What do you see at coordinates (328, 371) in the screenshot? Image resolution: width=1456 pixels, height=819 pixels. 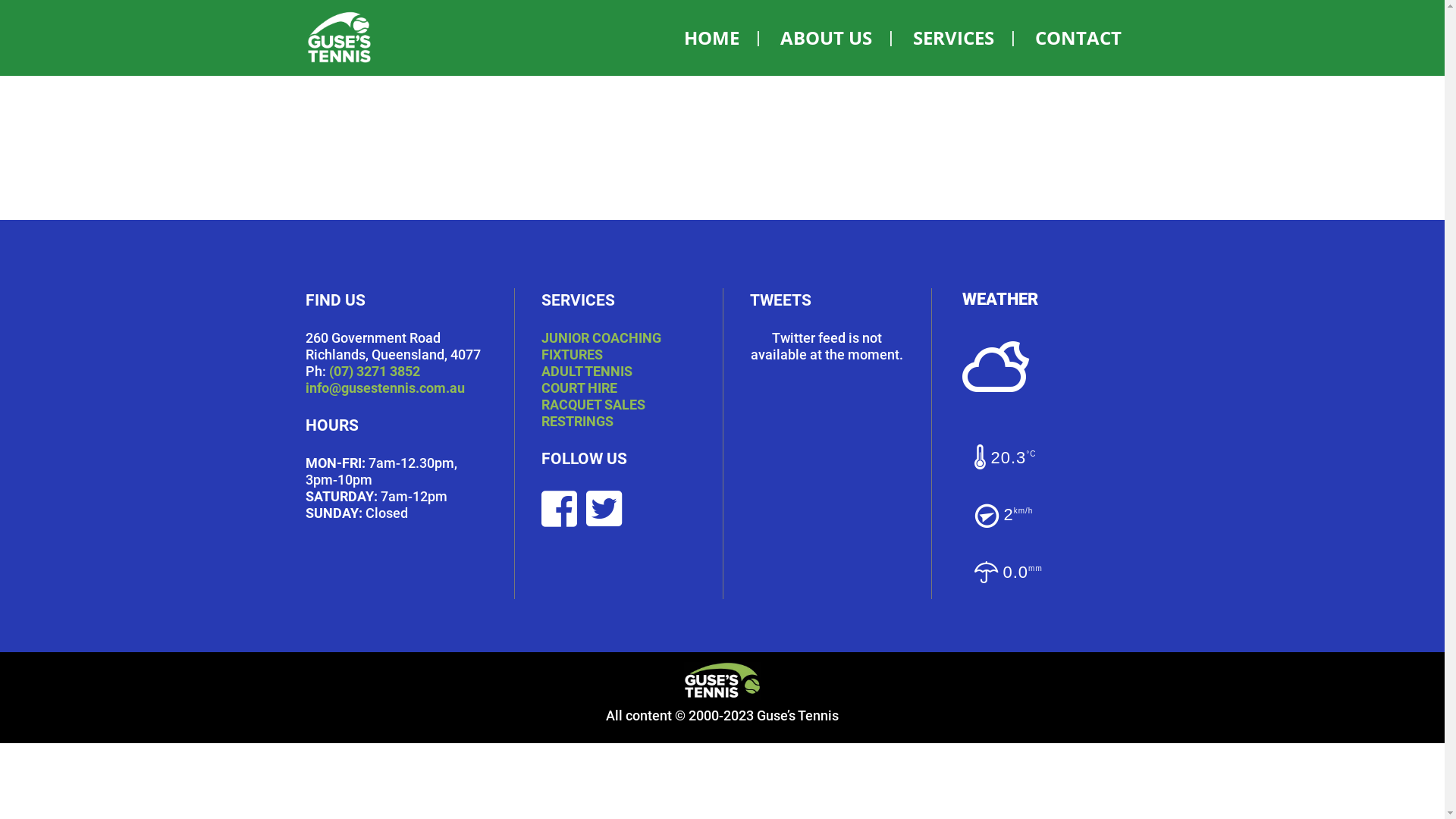 I see `'(07) 3271 3852'` at bounding box center [328, 371].